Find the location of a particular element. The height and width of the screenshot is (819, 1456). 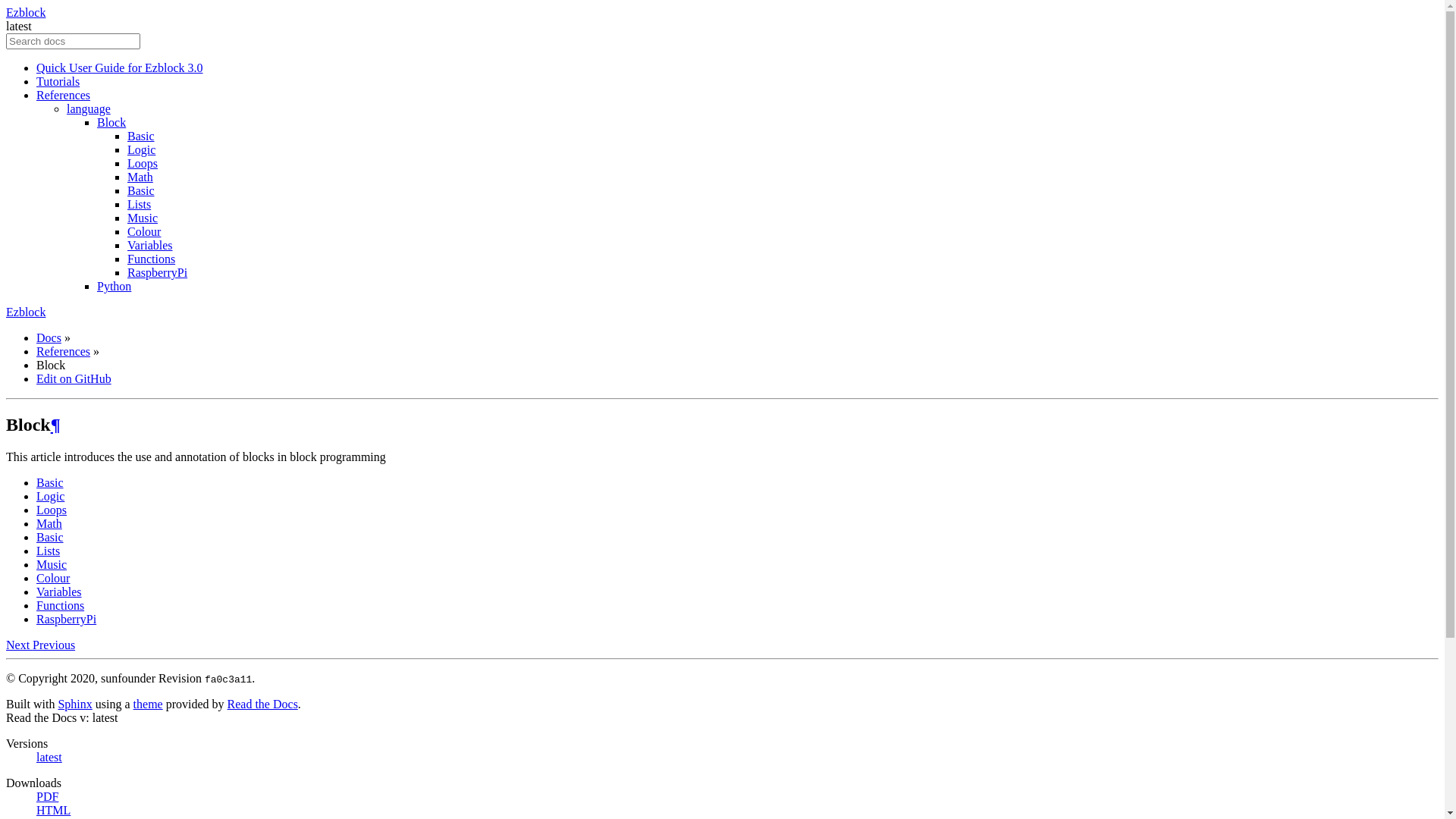

'Read the Docs' is located at coordinates (262, 704).